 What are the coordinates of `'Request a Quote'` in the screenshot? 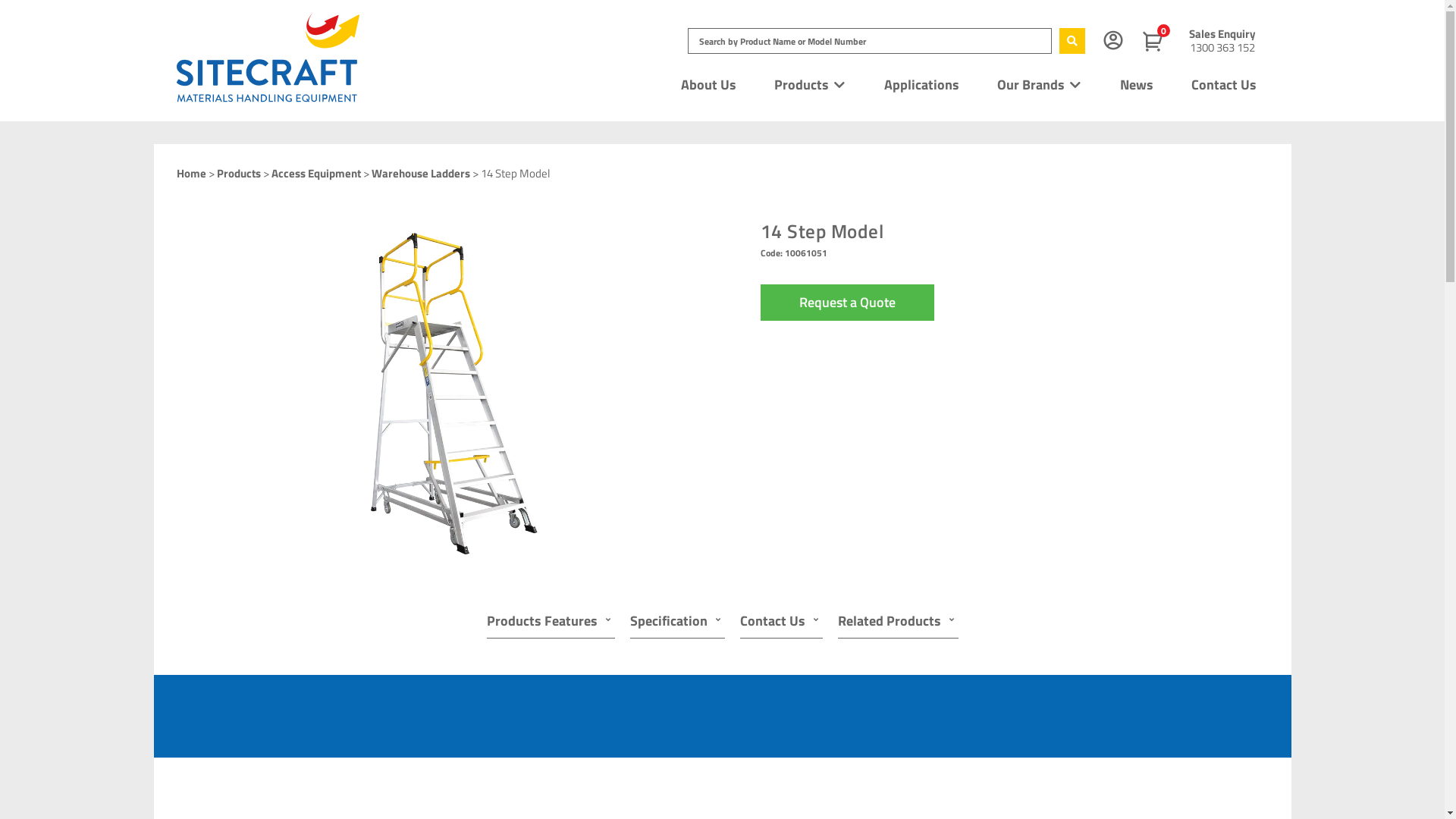 It's located at (846, 302).